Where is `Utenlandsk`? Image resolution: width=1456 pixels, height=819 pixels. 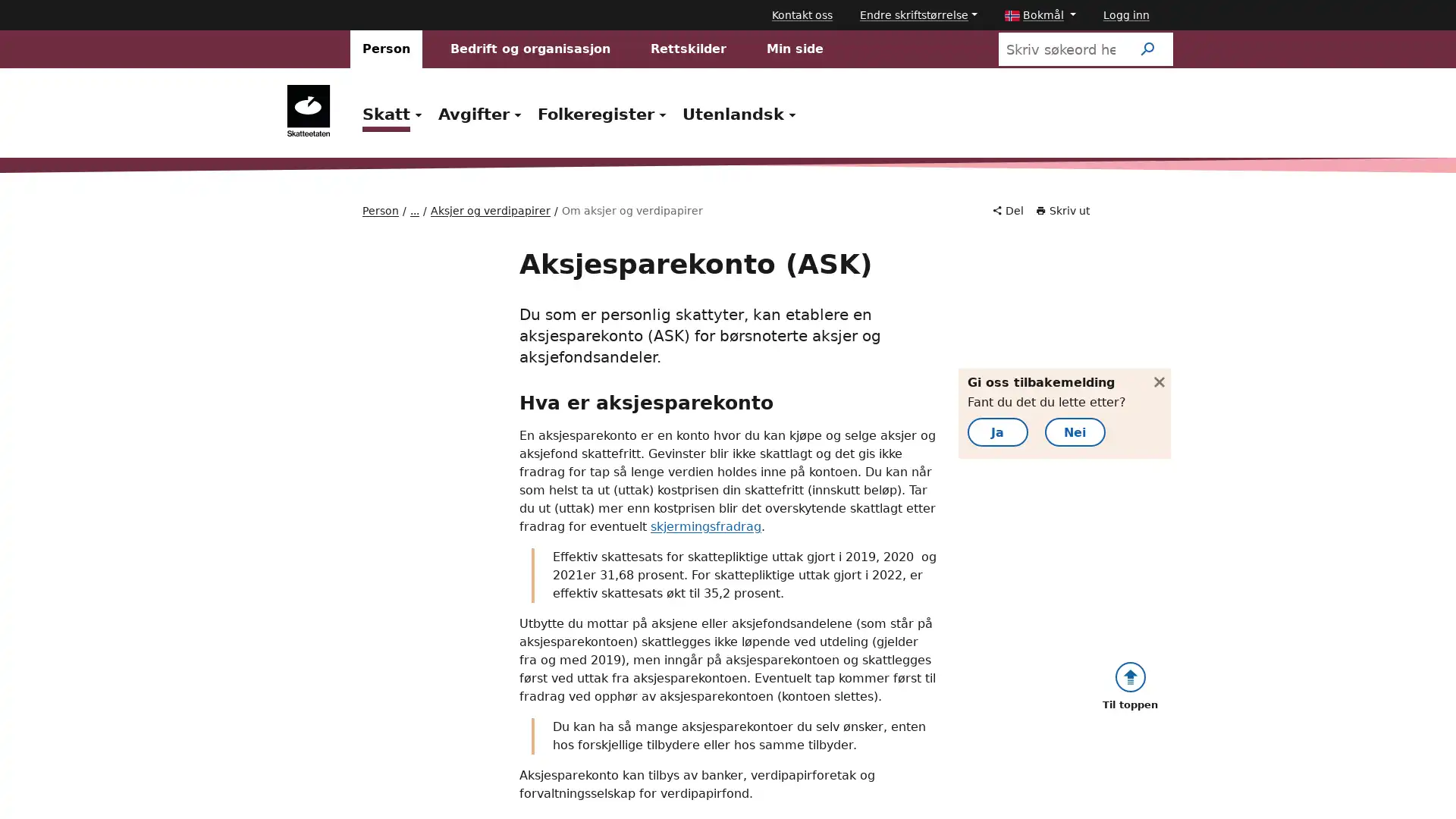 Utenlandsk is located at coordinates (742, 113).